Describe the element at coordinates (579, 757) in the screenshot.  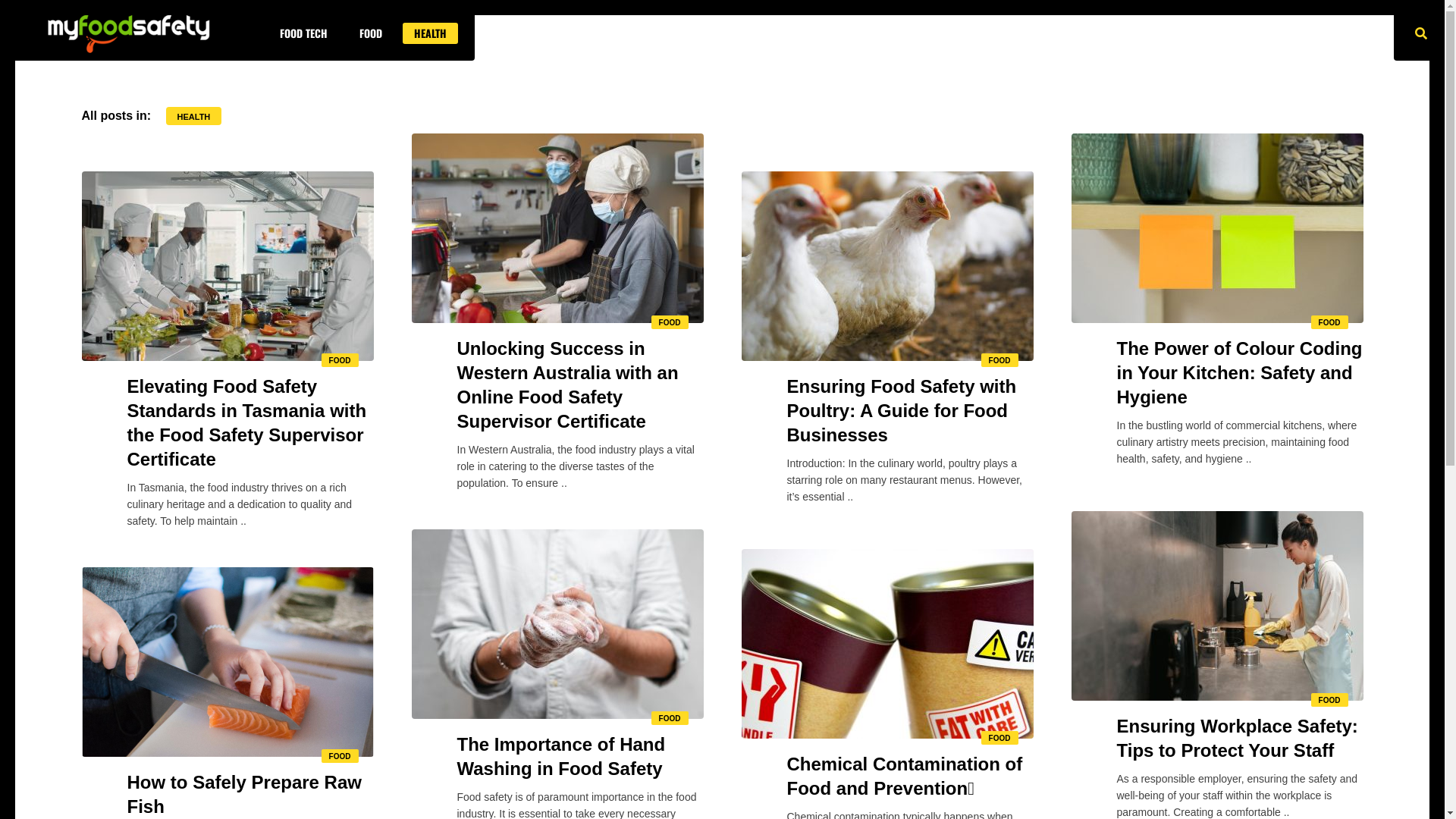
I see `'The Importance of Hand Washing in Food Safety'` at that location.